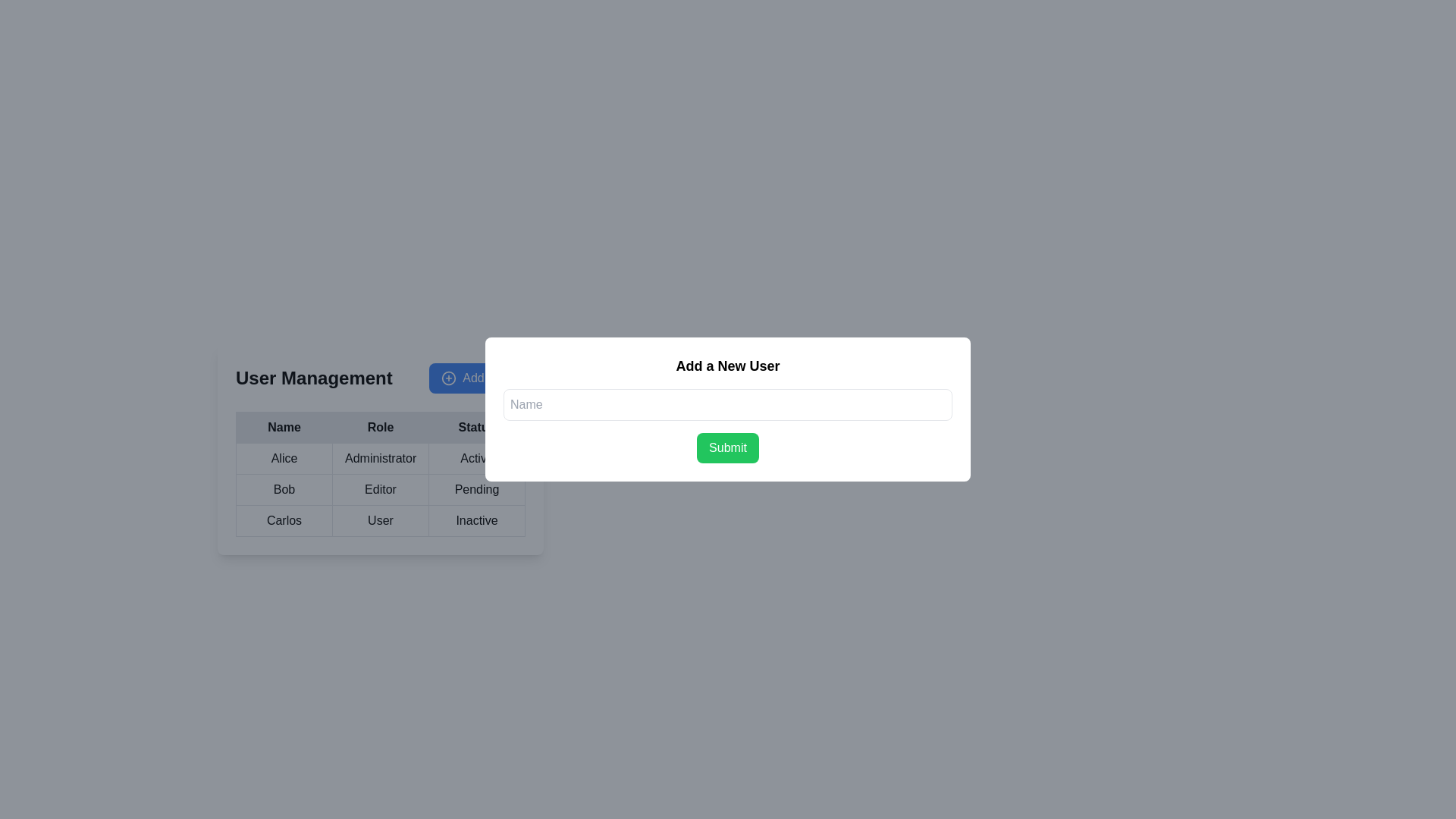 This screenshot has width=1456, height=819. Describe the element at coordinates (475, 427) in the screenshot. I see `the 'Status' column header label in the table, which is the third column header located to the right of the 'Role' column` at that location.